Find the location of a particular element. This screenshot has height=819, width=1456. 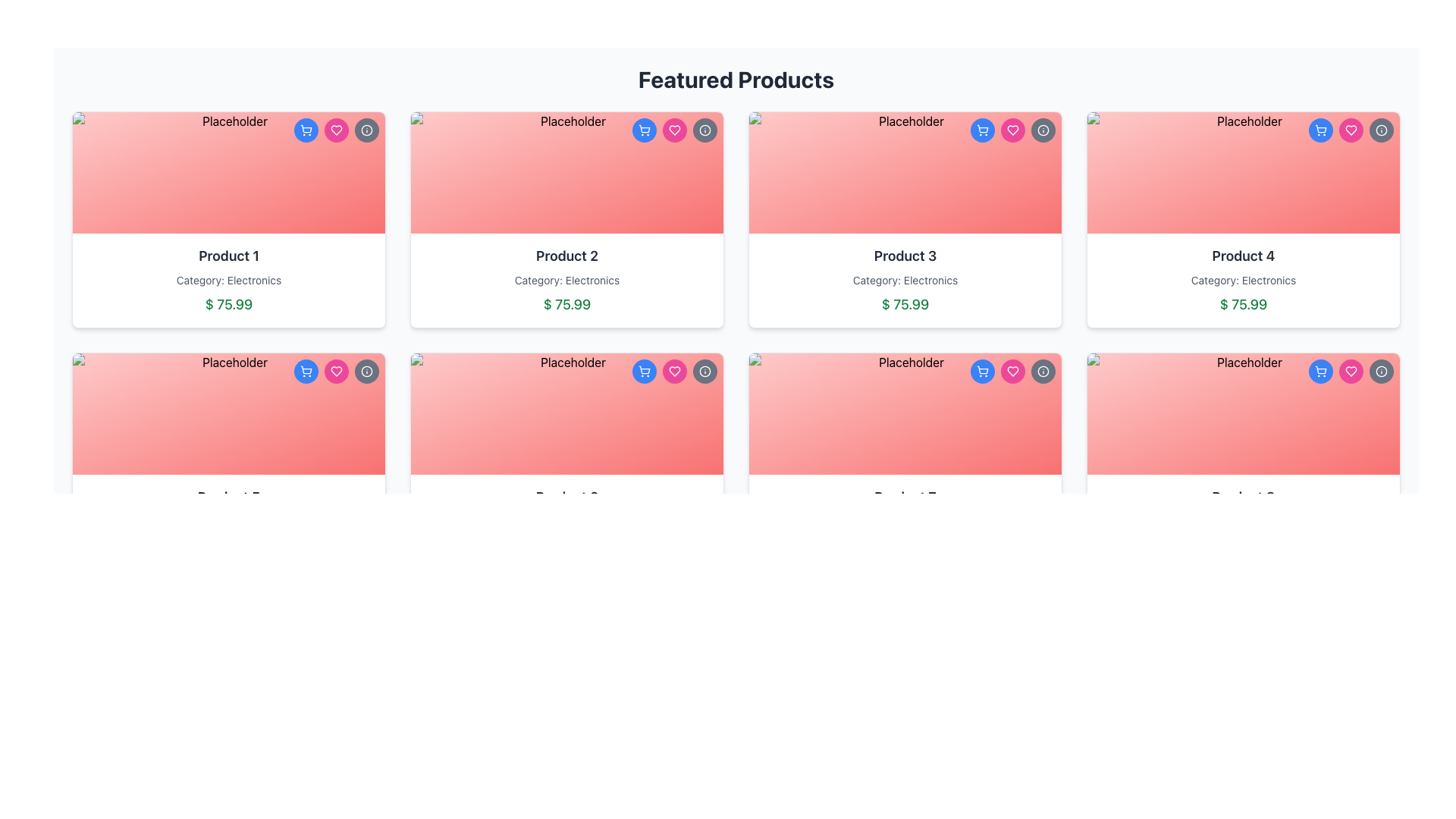

the circular information icon located in the top-right corner of the 'Product 4' card is located at coordinates (1382, 130).